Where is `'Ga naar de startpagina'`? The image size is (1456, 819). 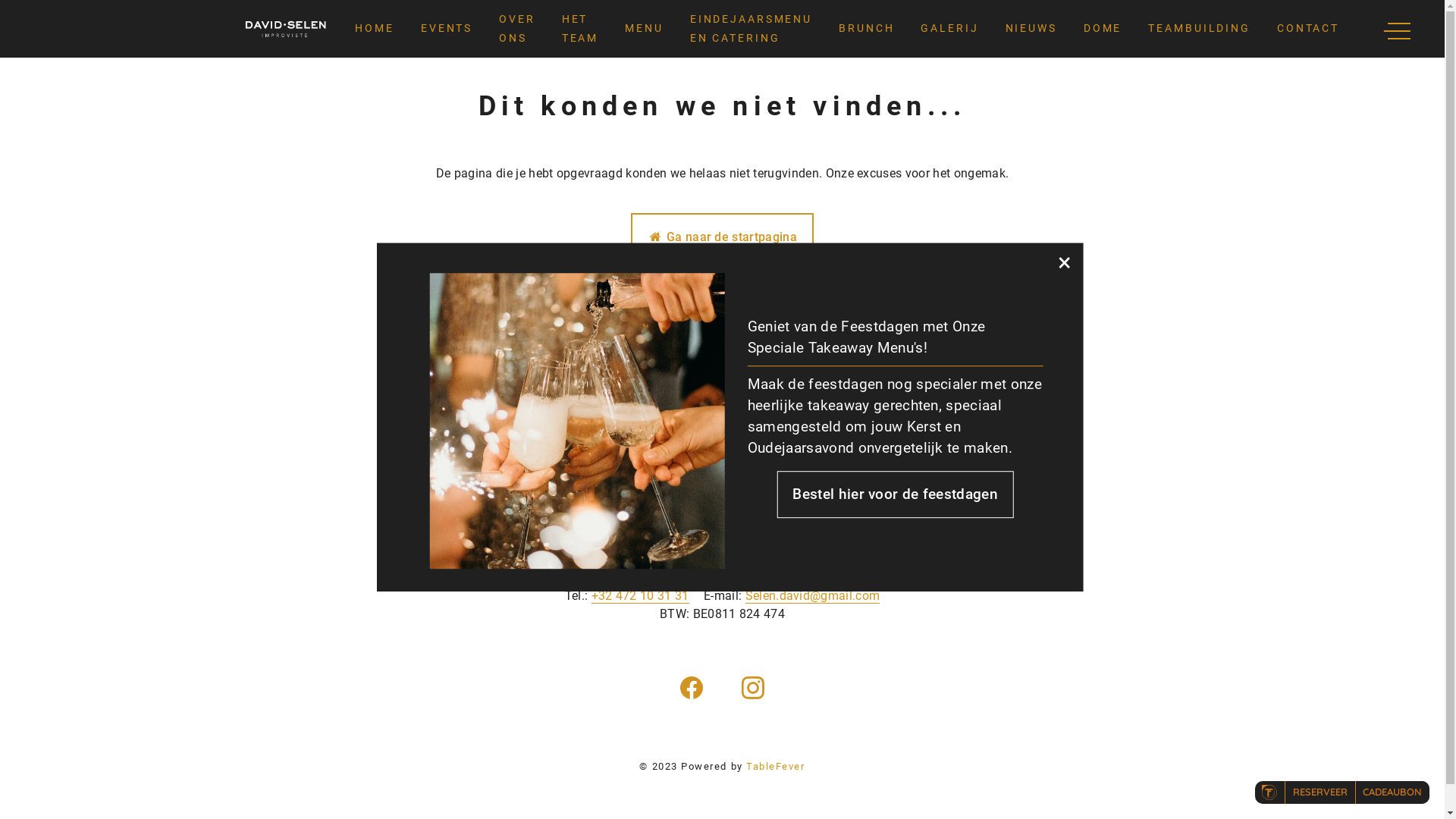
'Ga naar de startpagina' is located at coordinates (721, 237).